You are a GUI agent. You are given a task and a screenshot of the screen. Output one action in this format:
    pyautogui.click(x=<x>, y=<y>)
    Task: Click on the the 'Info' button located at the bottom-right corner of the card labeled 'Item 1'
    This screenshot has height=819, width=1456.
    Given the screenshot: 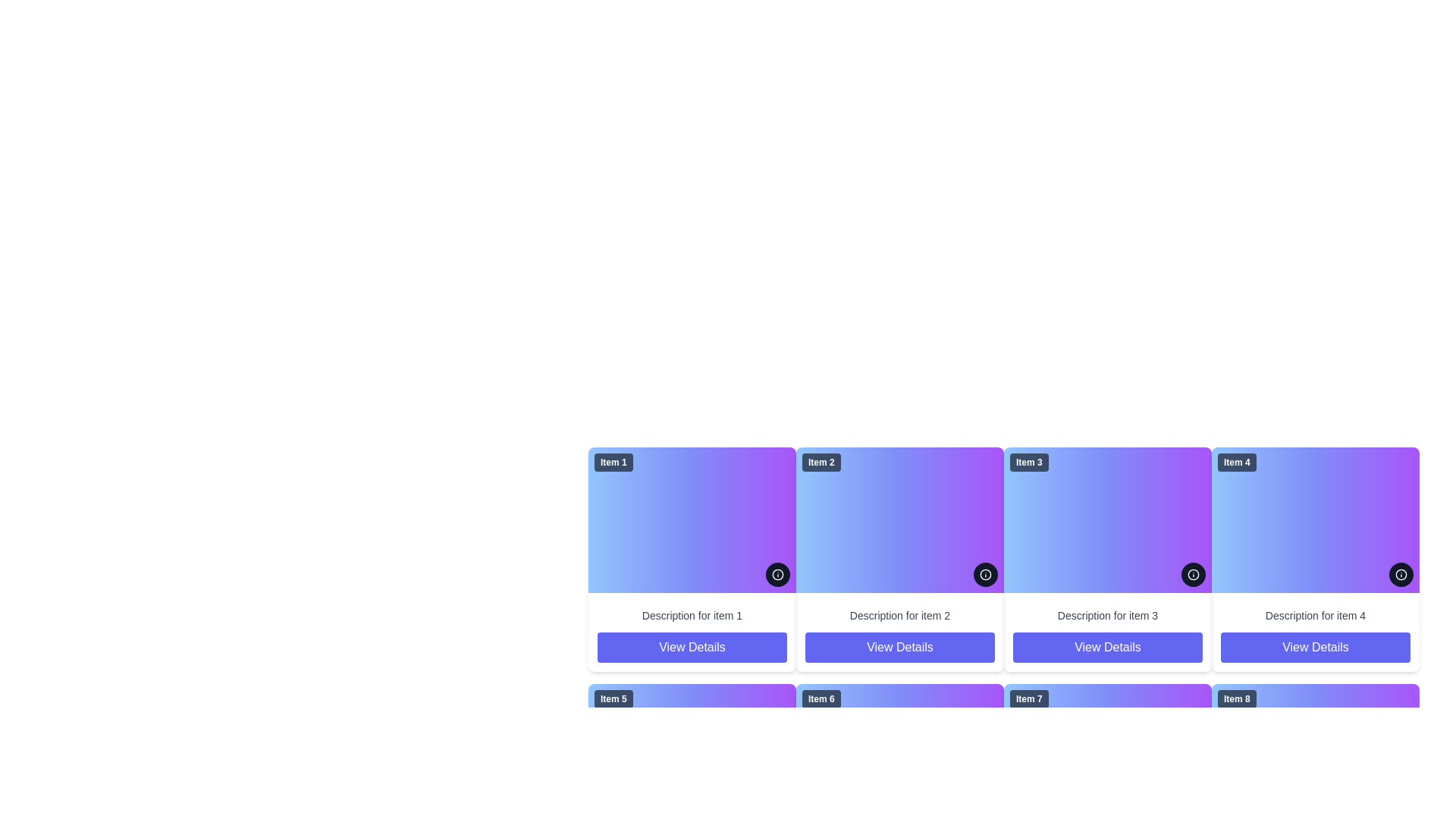 What is the action you would take?
    pyautogui.click(x=778, y=575)
    